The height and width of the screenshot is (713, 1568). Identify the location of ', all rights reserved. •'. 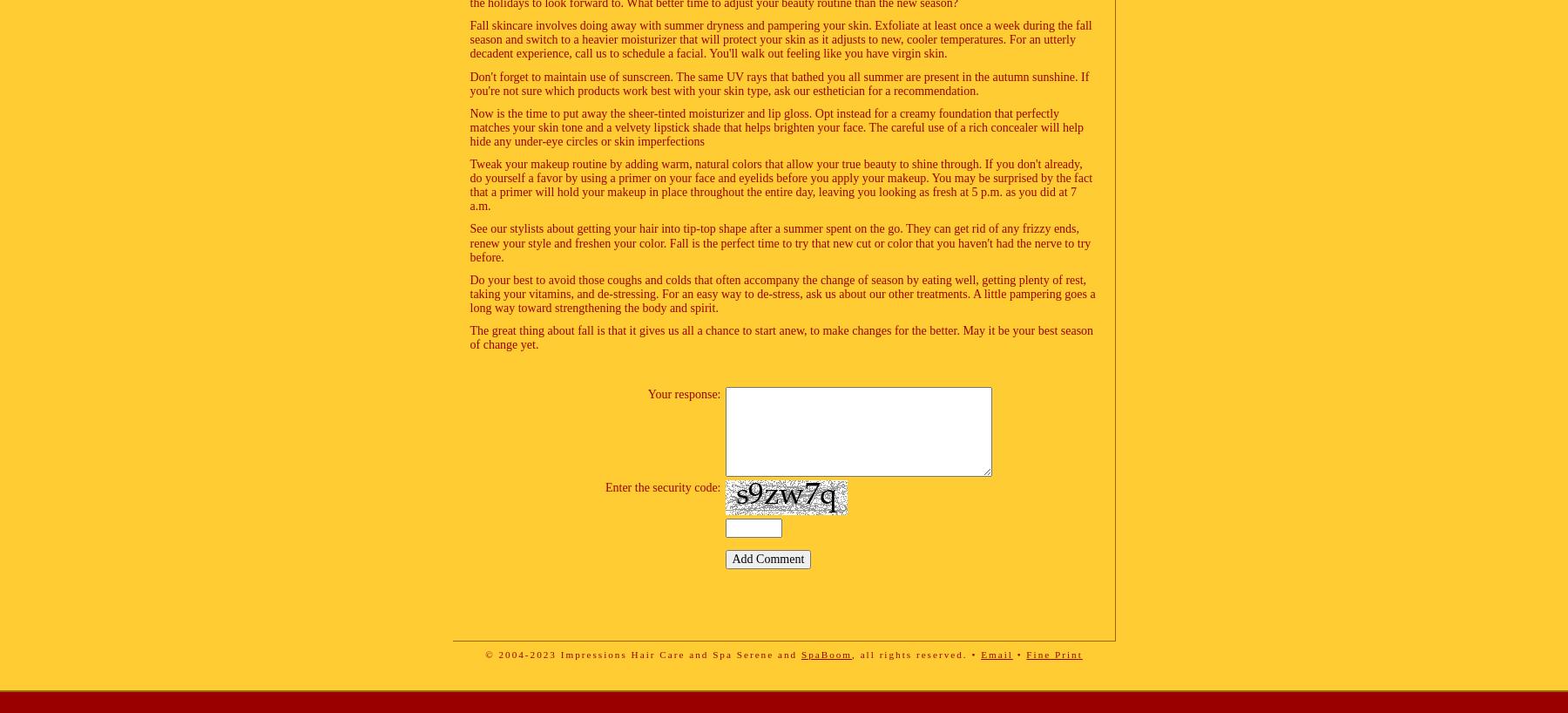
(916, 653).